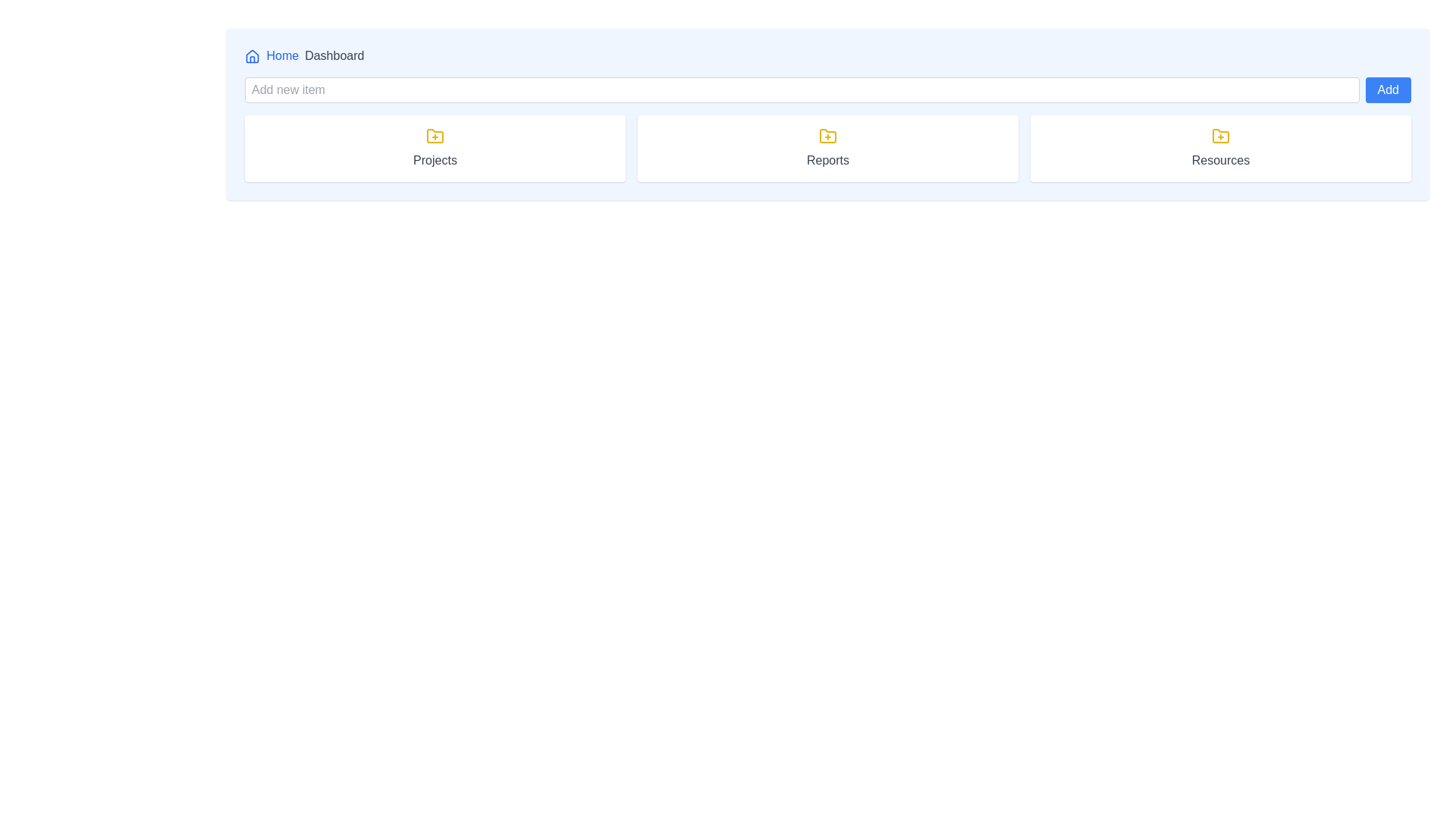 This screenshot has width=1456, height=819. I want to click on the 'Projects' icon located above the text 'Projects' in the leftmost card, so click(435, 136).